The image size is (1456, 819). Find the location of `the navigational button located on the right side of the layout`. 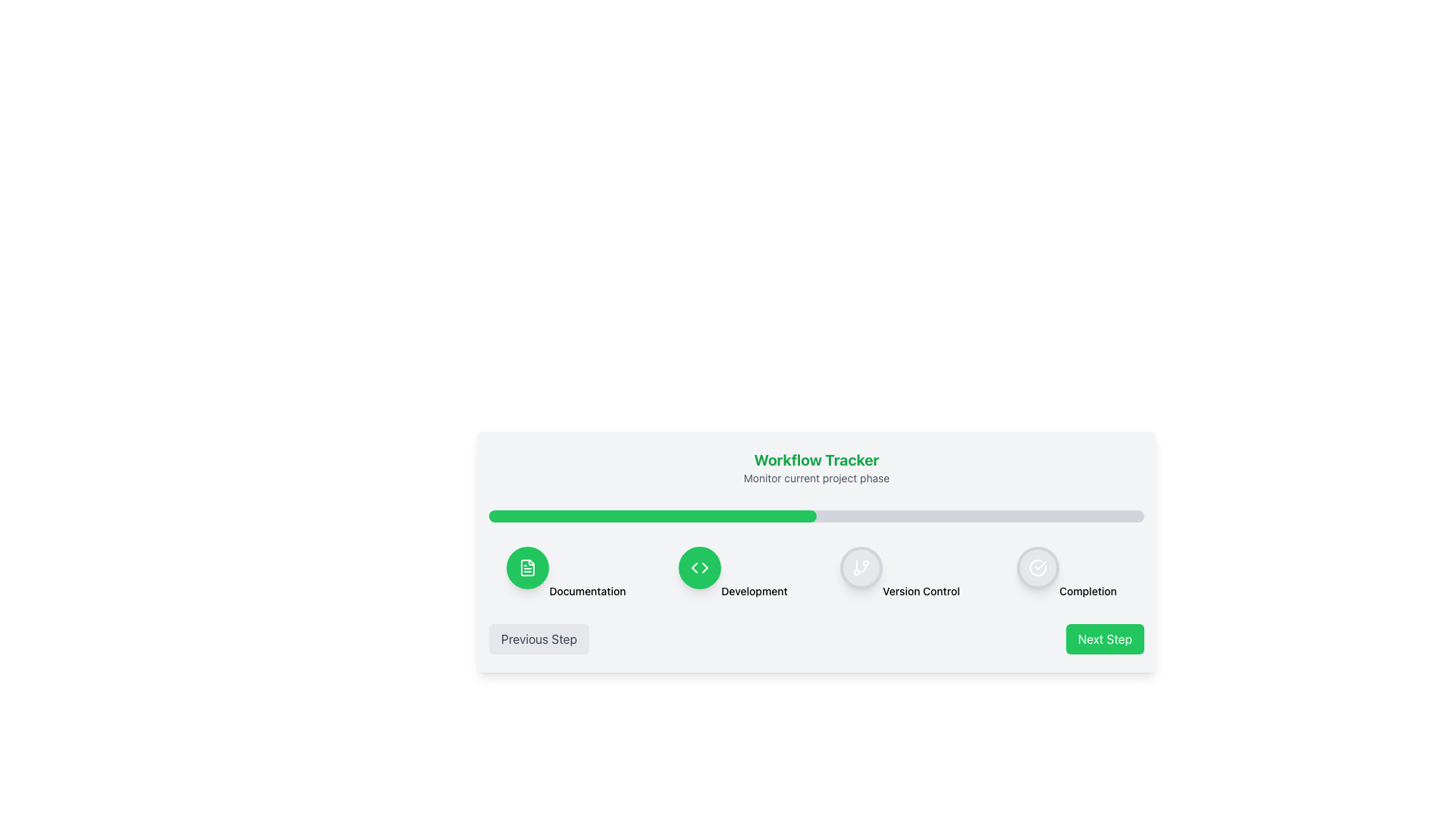

the navigational button located on the right side of the layout is located at coordinates (1105, 639).